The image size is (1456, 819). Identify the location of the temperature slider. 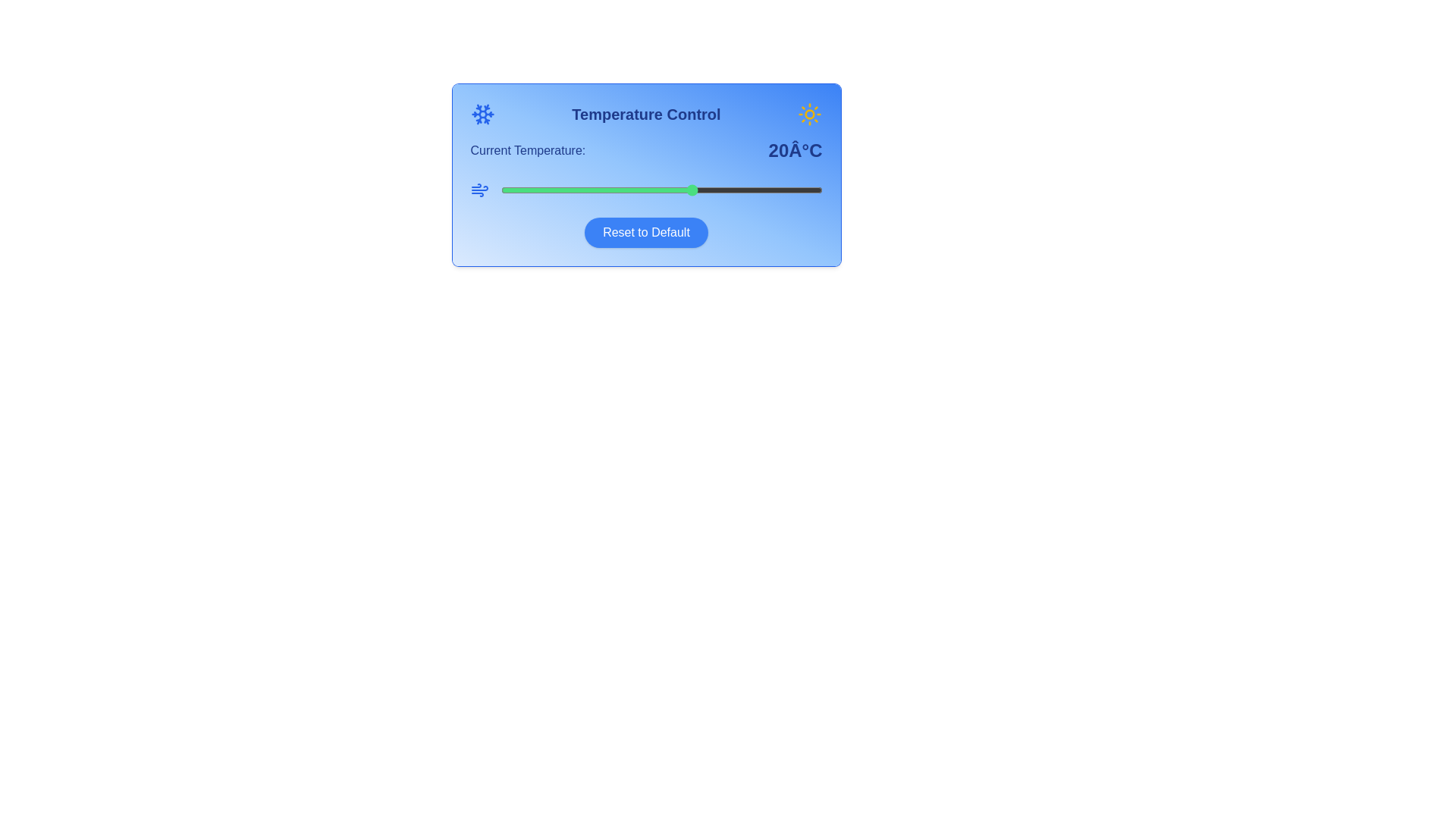
(551, 189).